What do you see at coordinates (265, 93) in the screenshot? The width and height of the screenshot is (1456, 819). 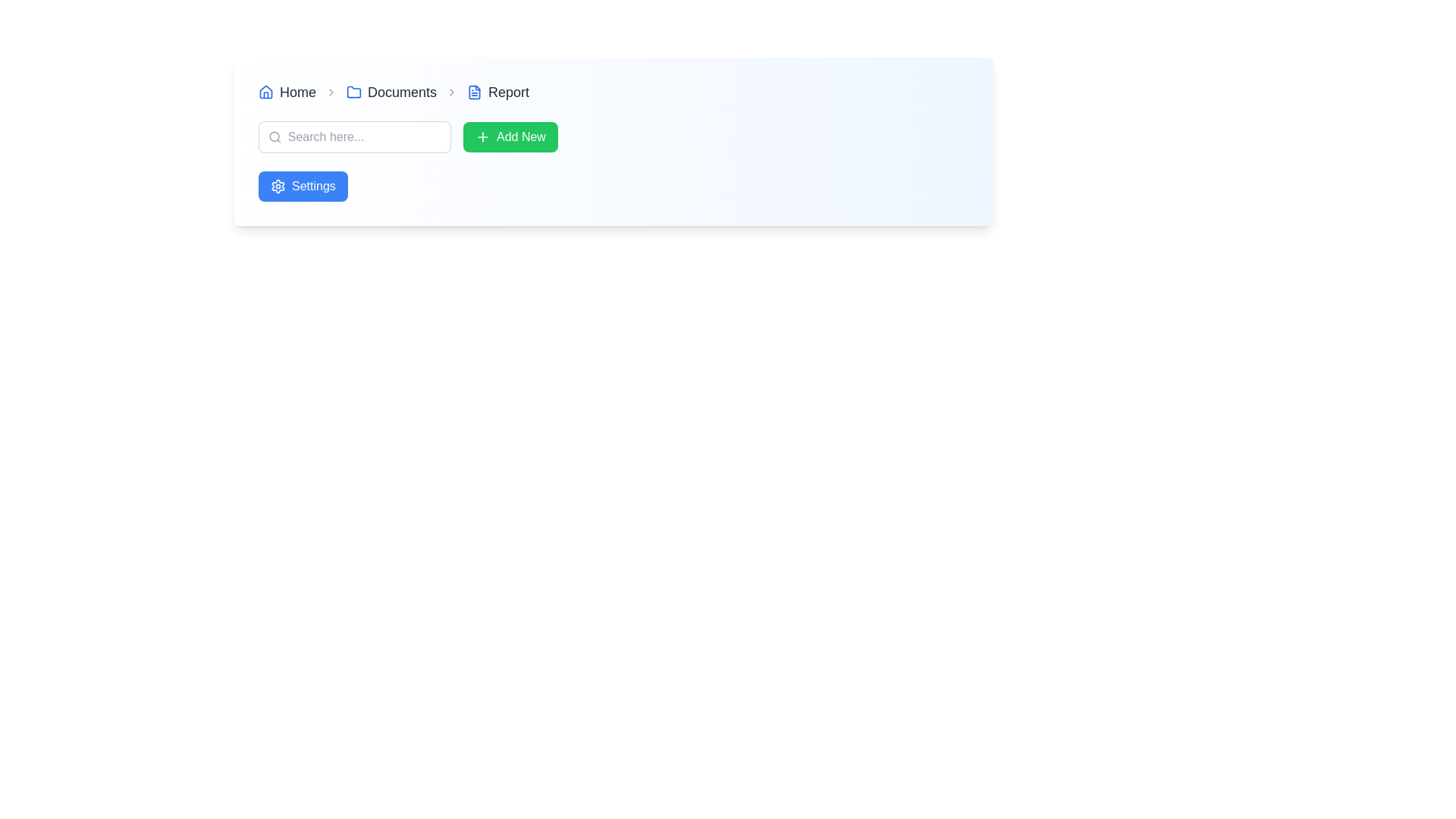 I see `the house icon located at the top-left corner of the interface, preceding the text 'Home' in the breadcrumb navigation` at bounding box center [265, 93].